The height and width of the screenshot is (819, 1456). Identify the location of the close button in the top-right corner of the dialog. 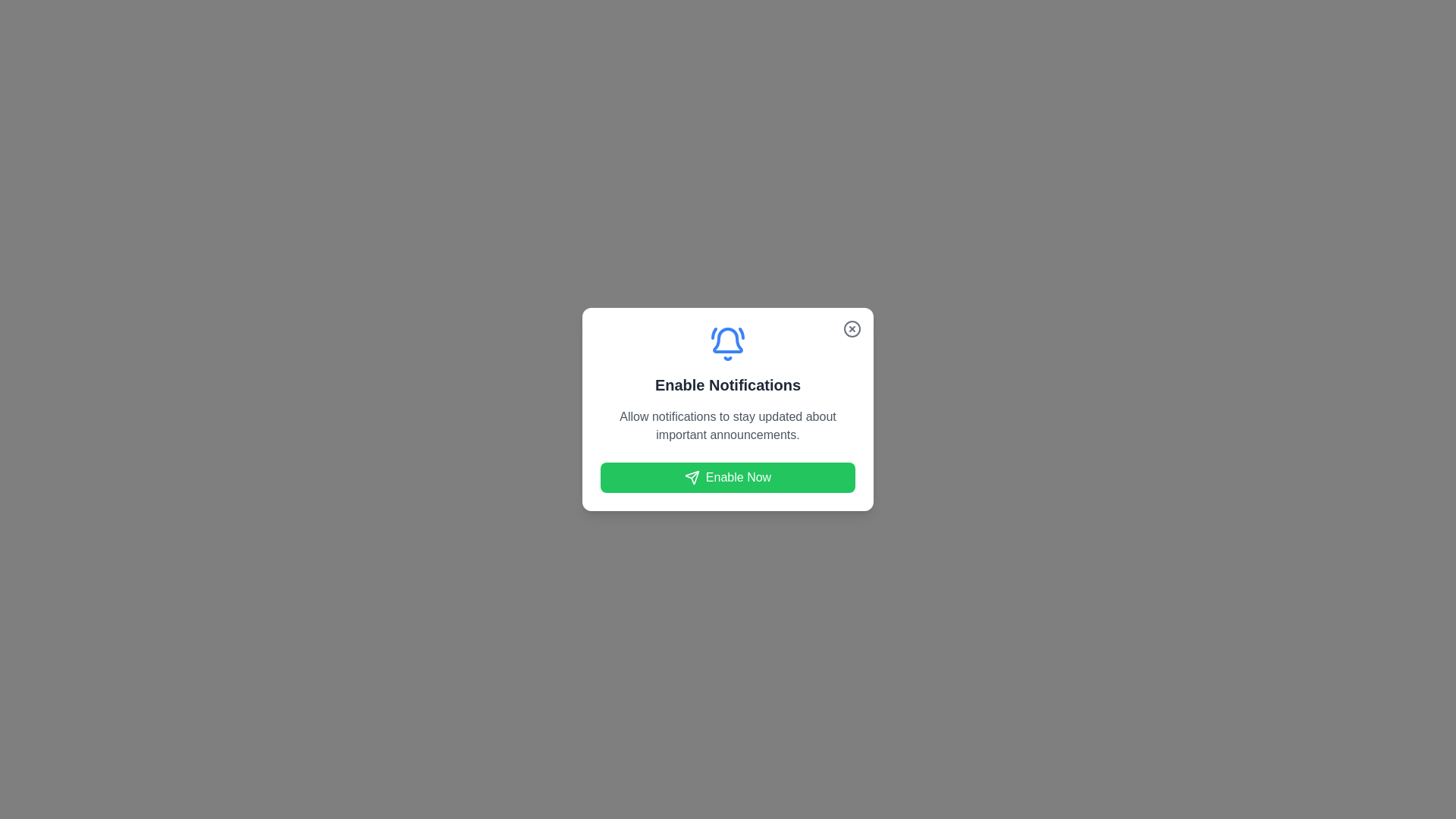
(852, 328).